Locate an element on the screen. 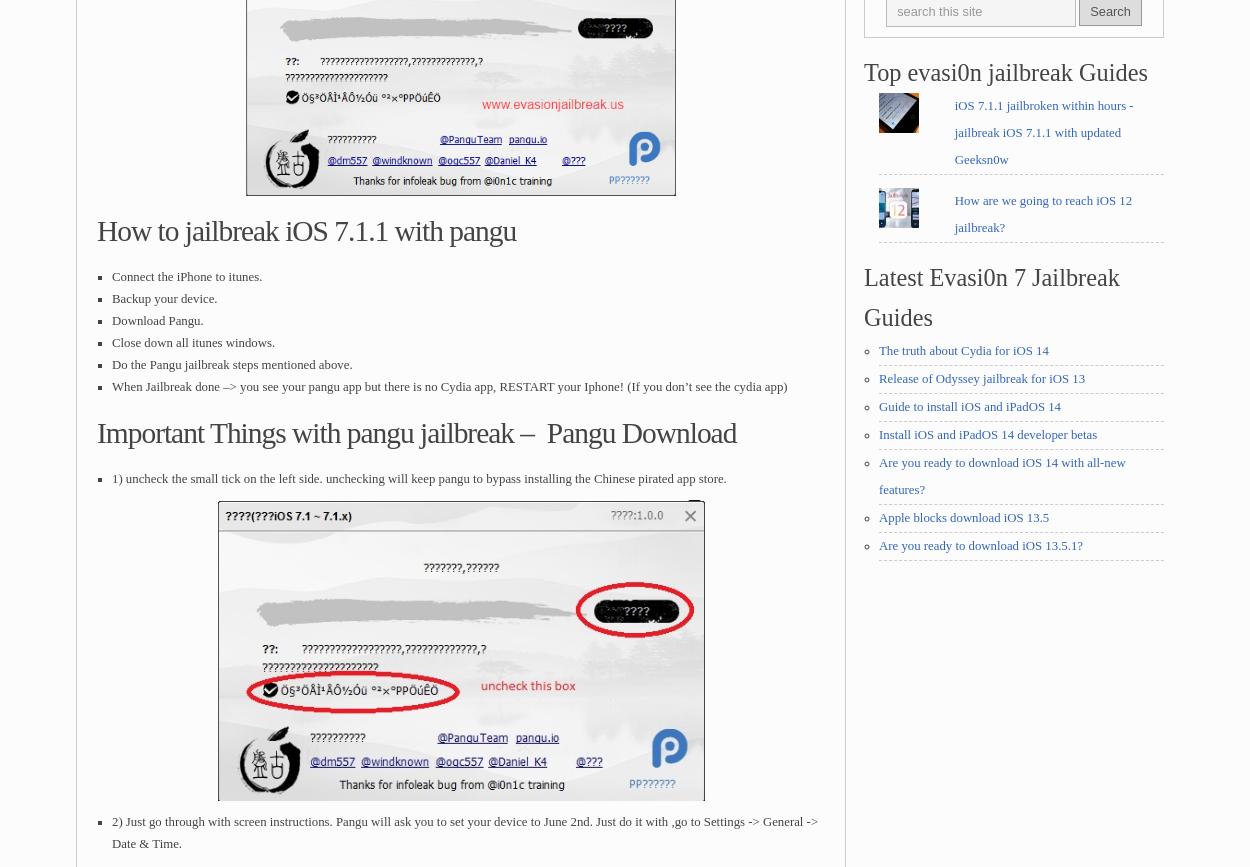 The width and height of the screenshot is (1250, 867). 'Guide to install iOS and iPadOS 14' is located at coordinates (879, 406).